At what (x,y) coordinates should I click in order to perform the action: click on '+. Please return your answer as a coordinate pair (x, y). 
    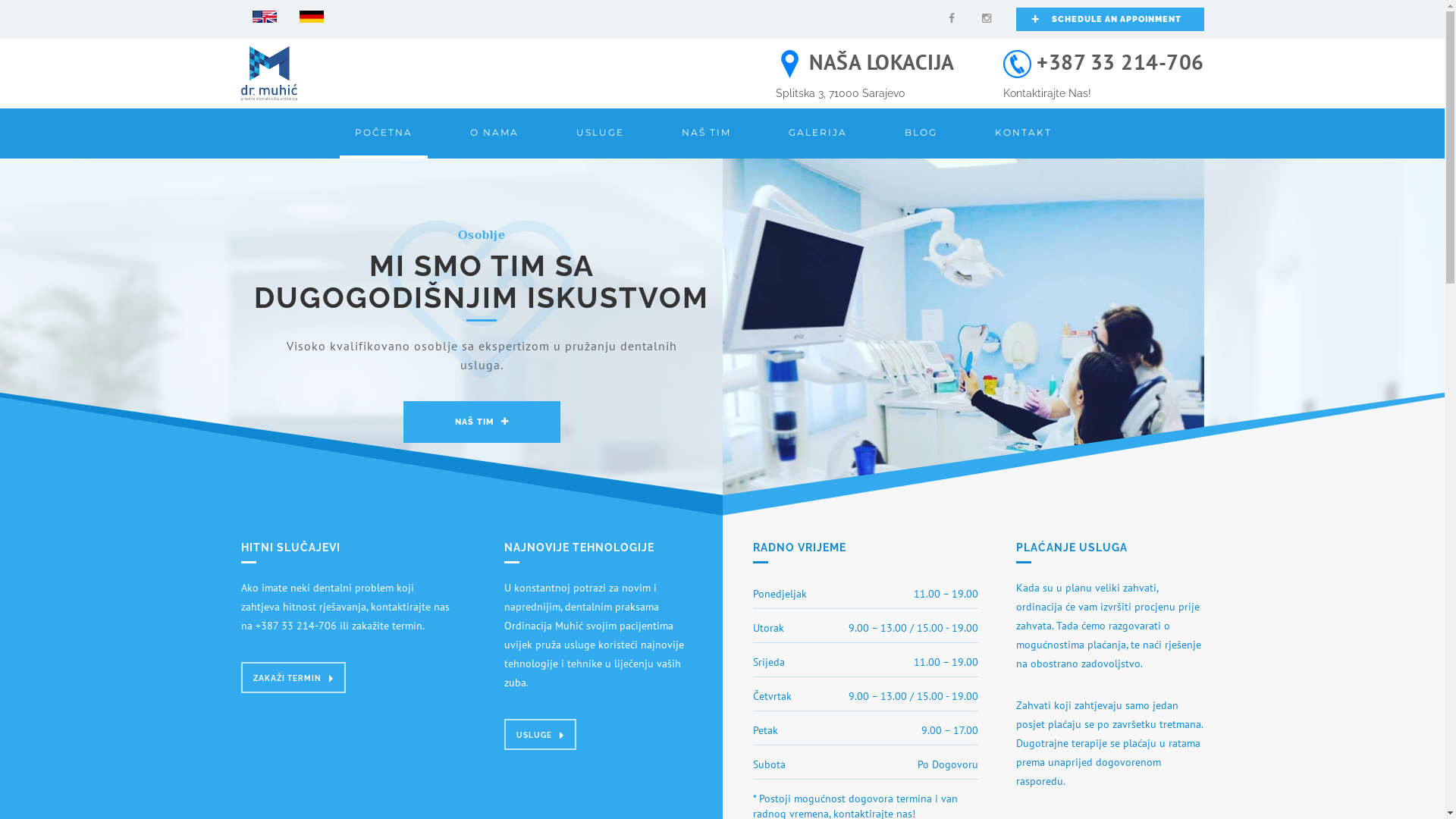
    Looking at the image, I should click on (1110, 19).